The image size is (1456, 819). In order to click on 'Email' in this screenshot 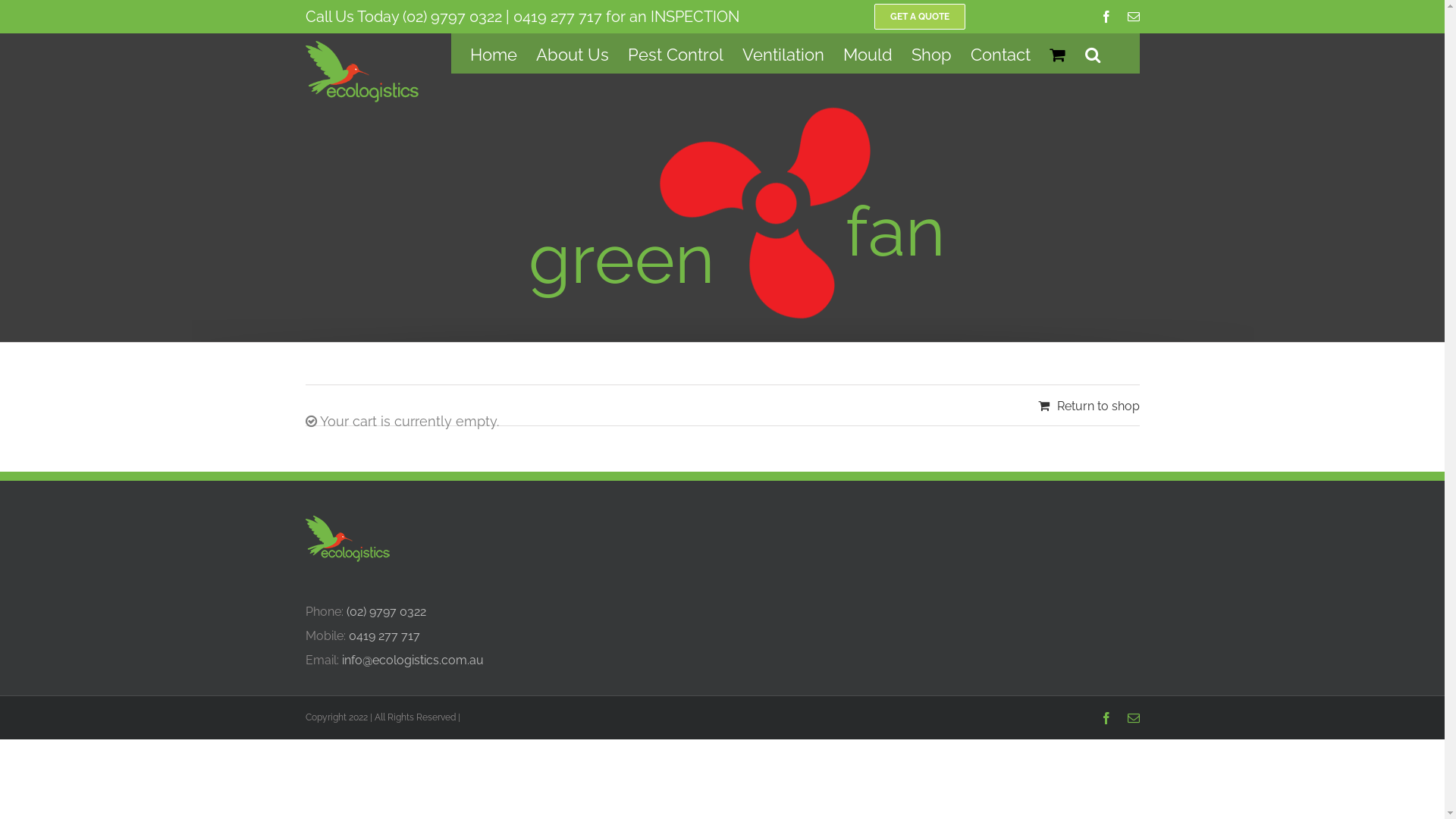, I will do `click(1132, 17)`.